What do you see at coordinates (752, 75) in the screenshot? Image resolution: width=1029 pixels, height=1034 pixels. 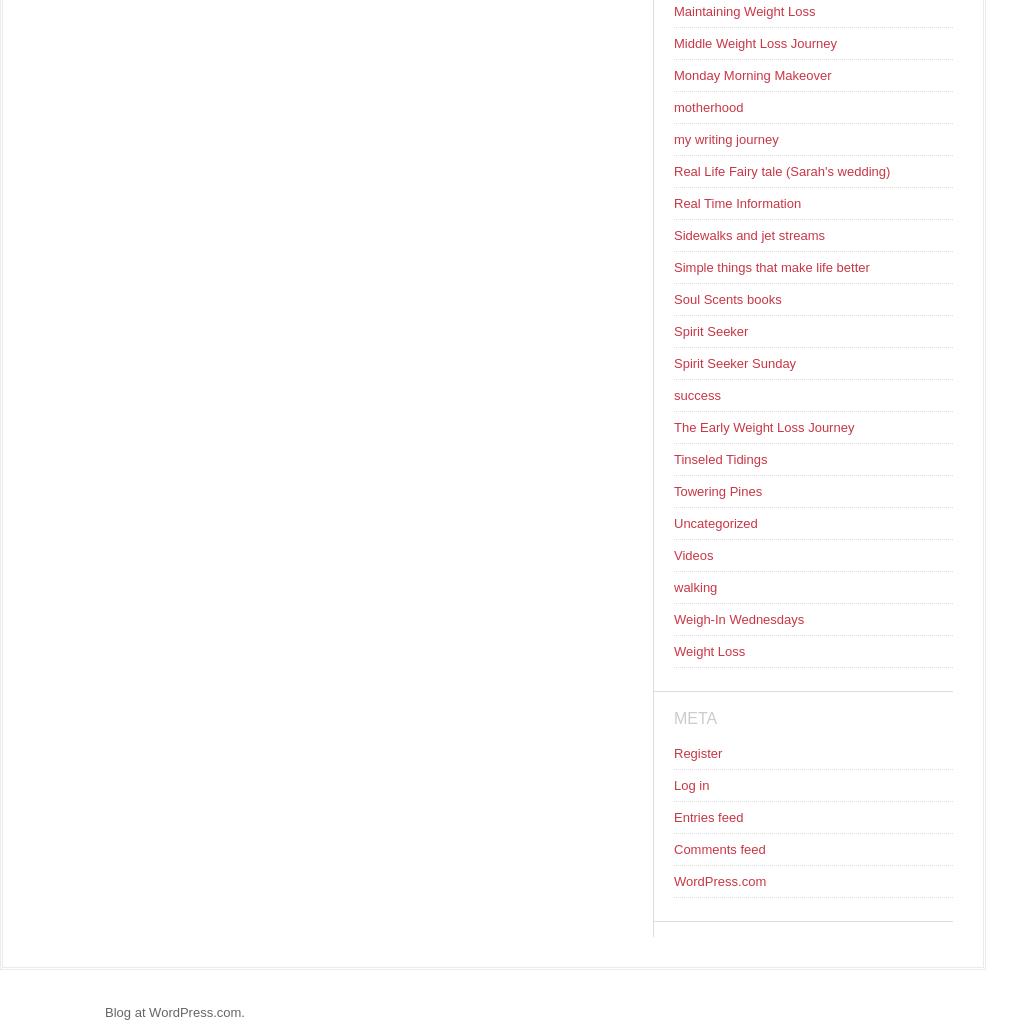 I see `'Monday Morning Makeover'` at bounding box center [752, 75].